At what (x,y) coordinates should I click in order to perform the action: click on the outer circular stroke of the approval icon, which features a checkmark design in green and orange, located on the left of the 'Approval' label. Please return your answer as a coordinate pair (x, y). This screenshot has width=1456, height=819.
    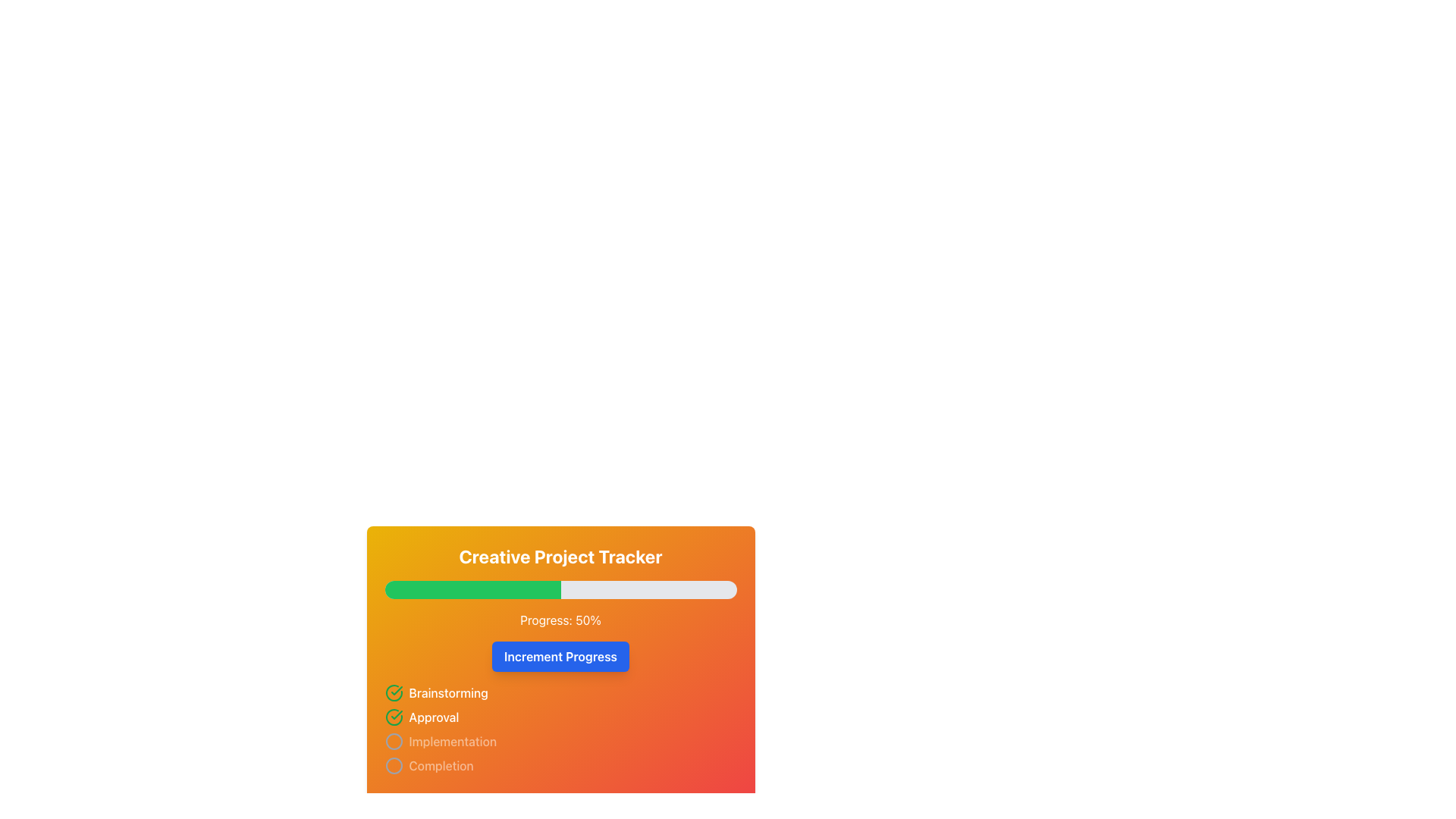
    Looking at the image, I should click on (394, 693).